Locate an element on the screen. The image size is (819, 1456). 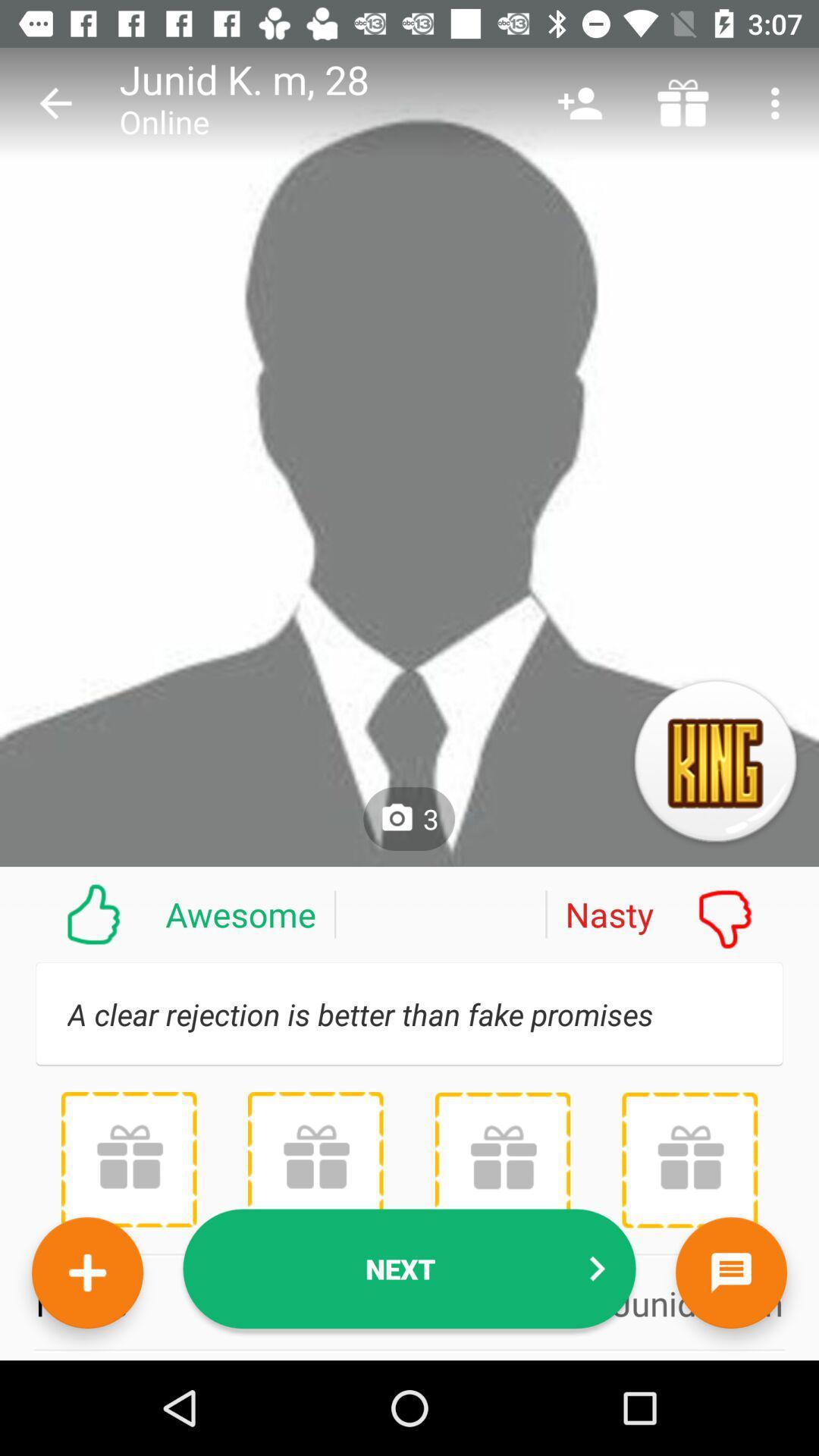
icon below a clear rejection icon is located at coordinates (409, 1269).